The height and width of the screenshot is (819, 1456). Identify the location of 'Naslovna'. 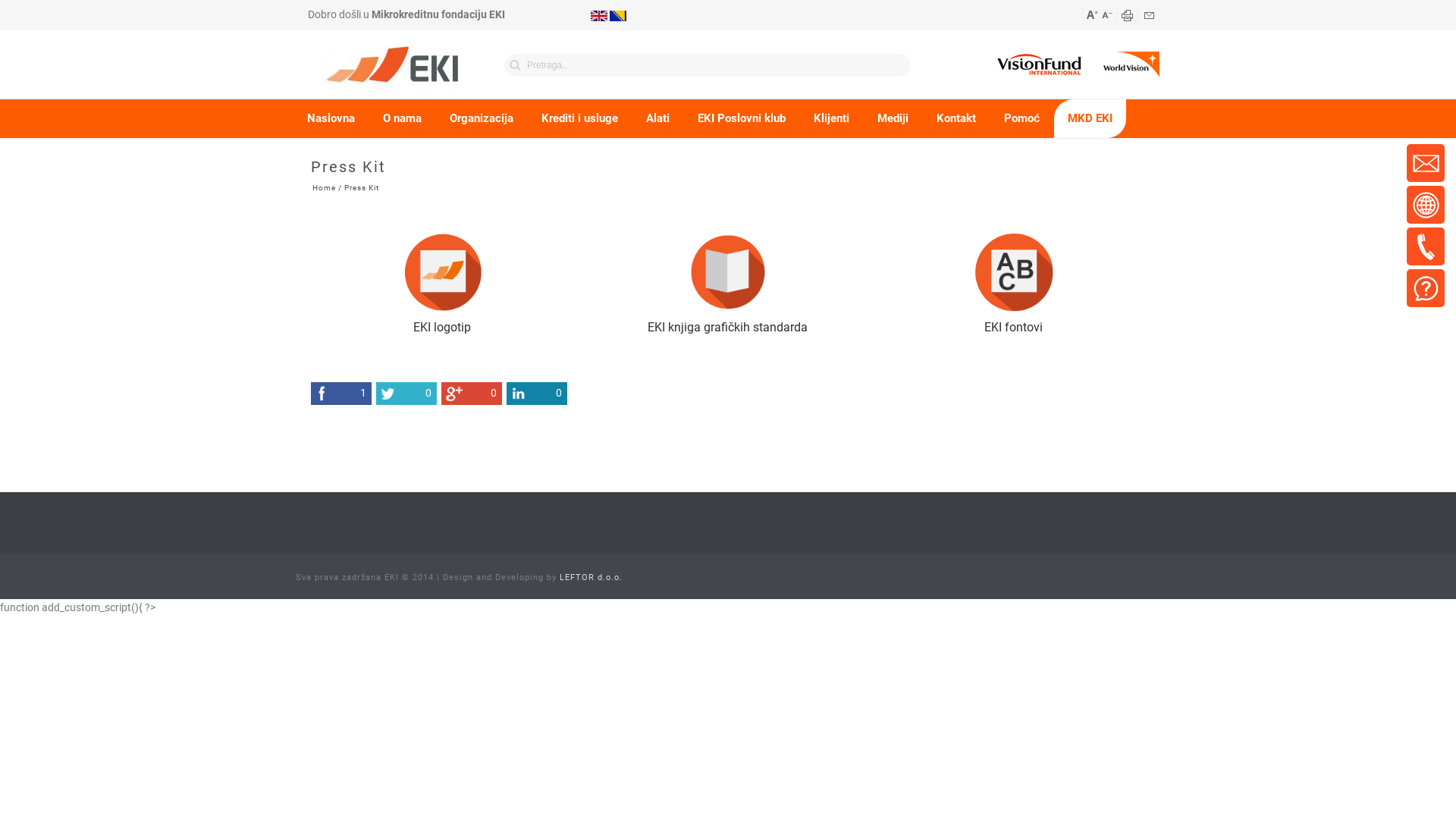
(330, 118).